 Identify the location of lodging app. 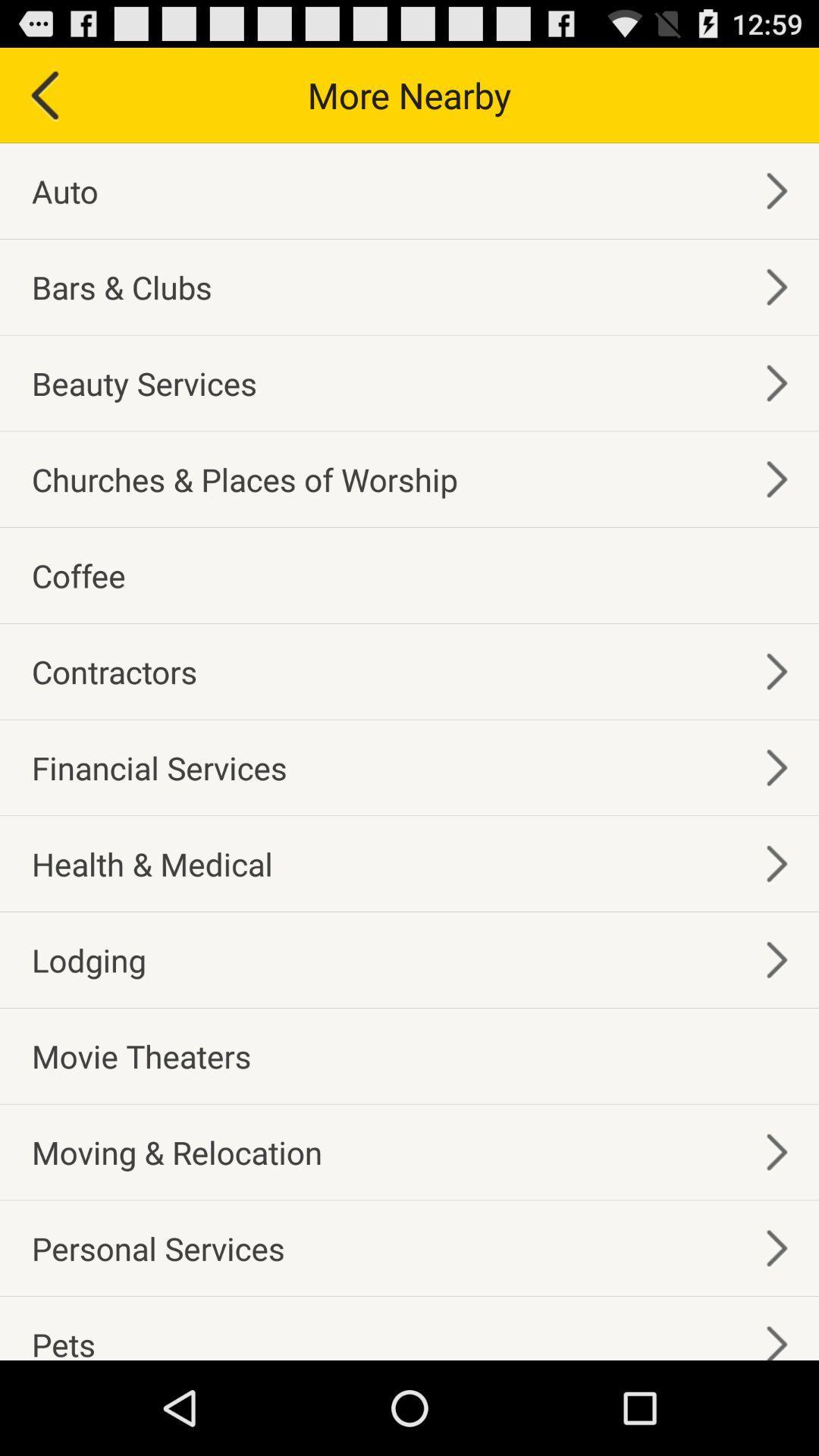
(89, 959).